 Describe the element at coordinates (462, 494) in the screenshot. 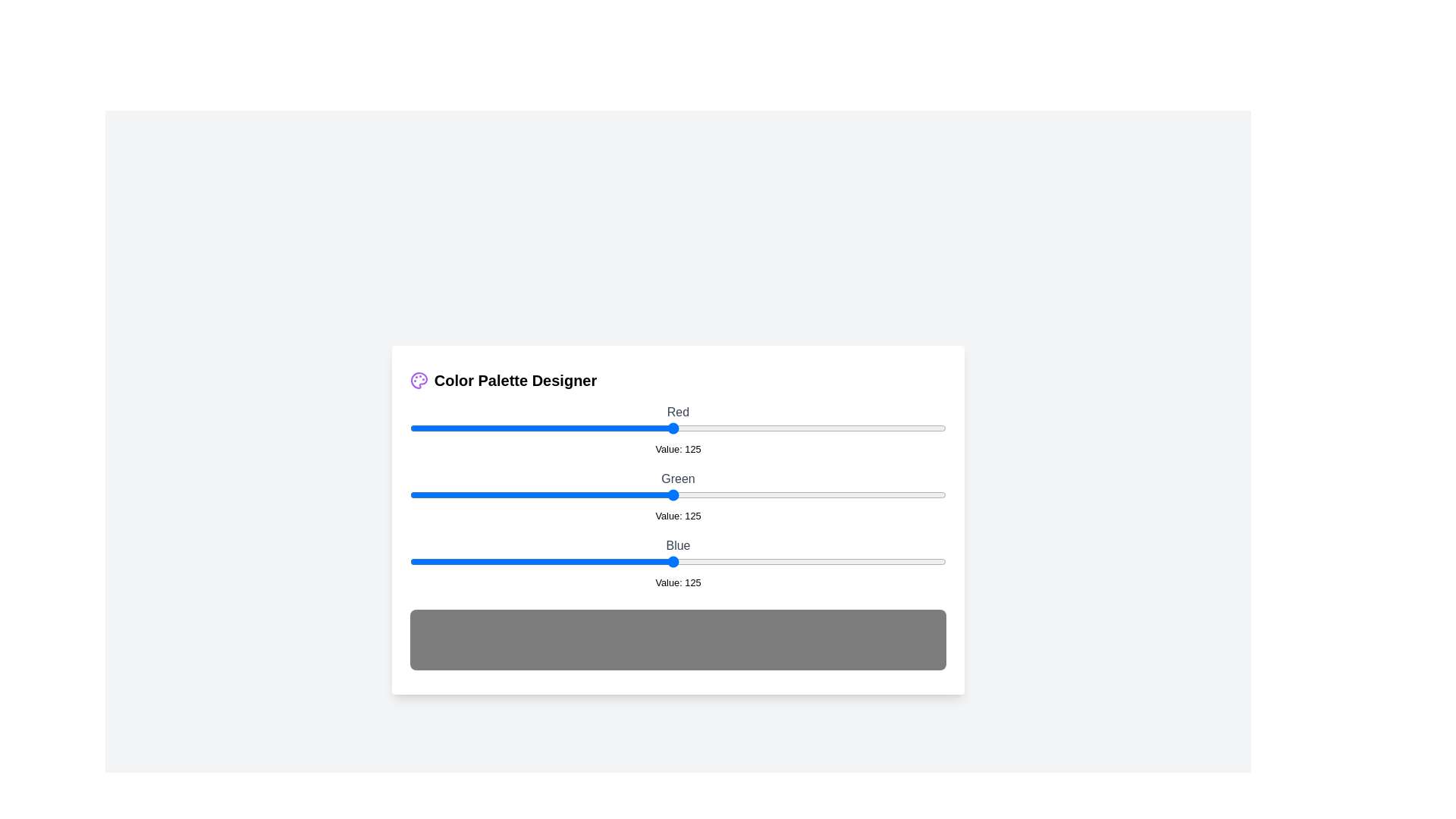

I see `the 1 slider to 25 to observe the updated color preview` at that location.